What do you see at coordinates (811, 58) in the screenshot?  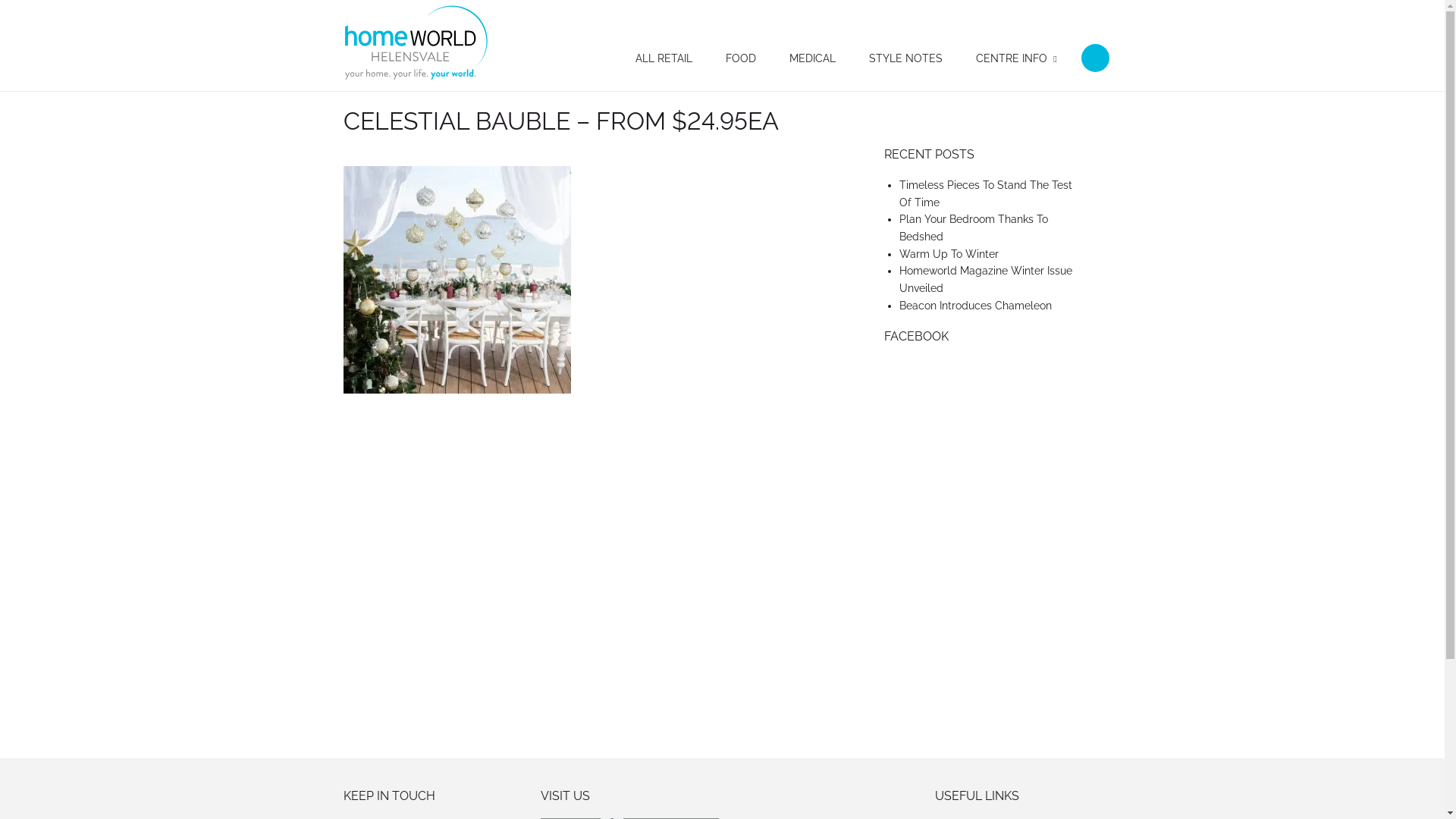 I see `'MEDICAL'` at bounding box center [811, 58].